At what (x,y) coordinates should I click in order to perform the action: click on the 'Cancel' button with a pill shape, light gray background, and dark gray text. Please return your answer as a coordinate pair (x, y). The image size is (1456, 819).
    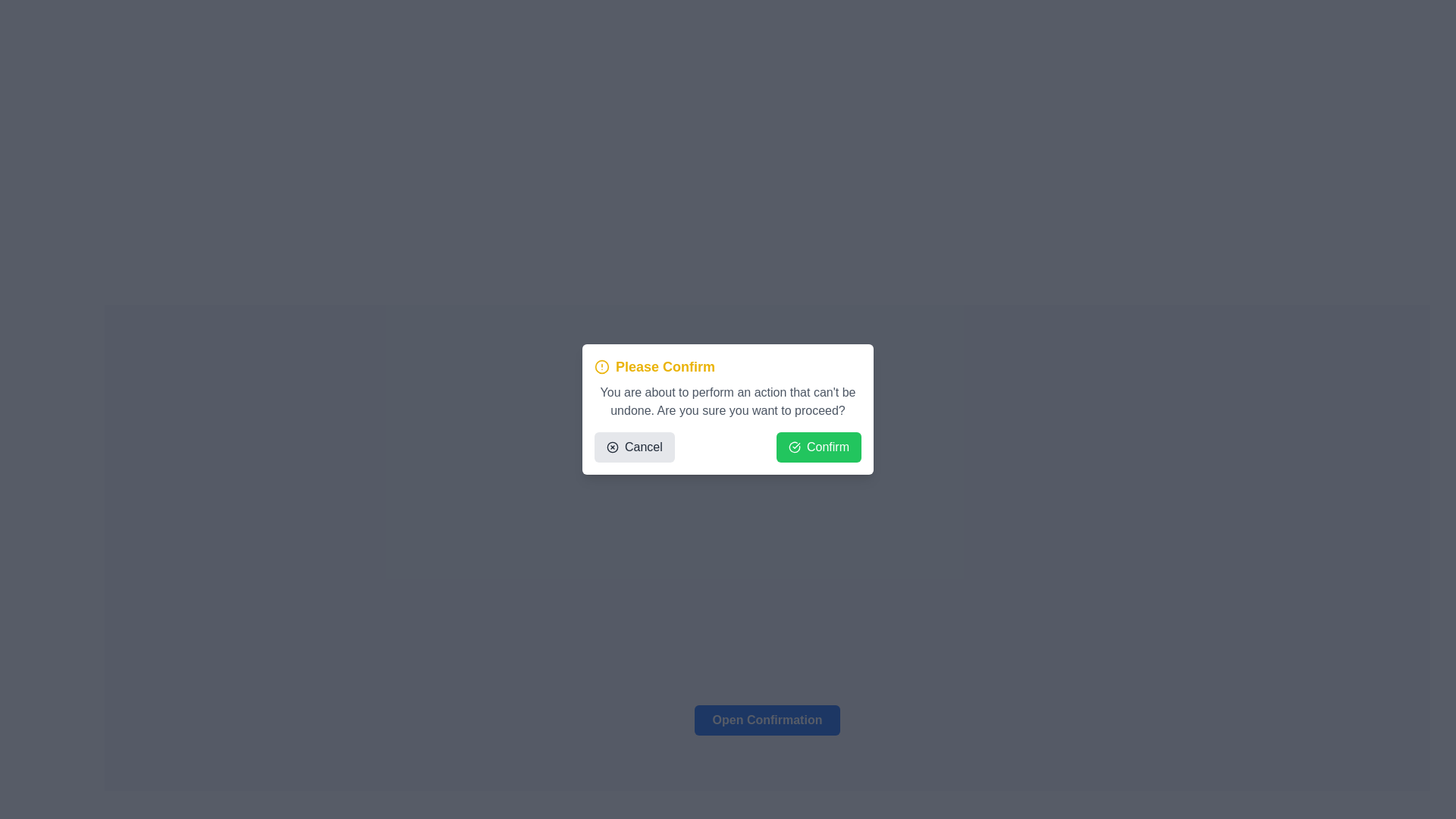
    Looking at the image, I should click on (634, 447).